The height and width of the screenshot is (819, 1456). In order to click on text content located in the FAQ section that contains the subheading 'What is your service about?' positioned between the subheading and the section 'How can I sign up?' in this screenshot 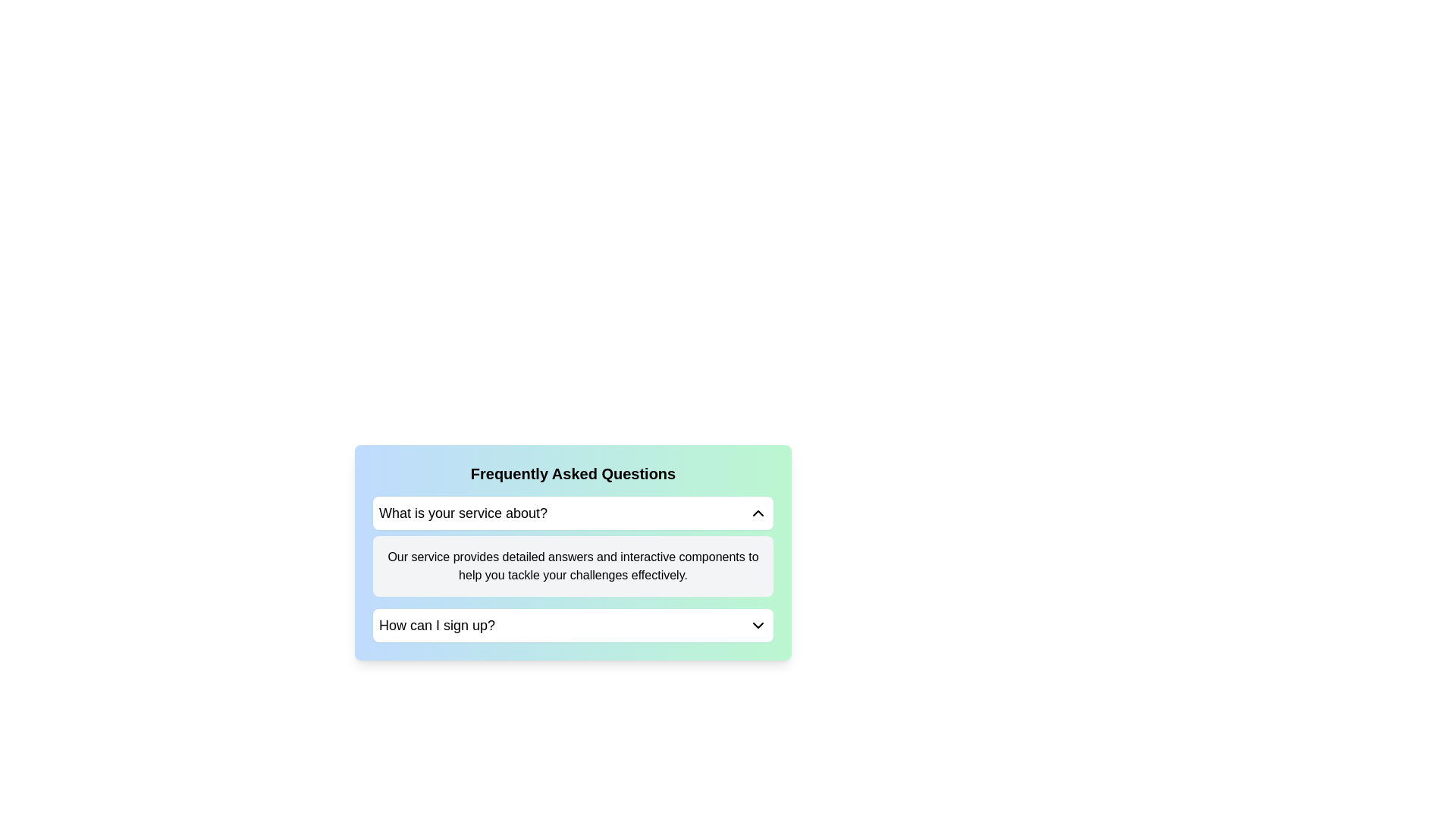, I will do `click(572, 570)`.